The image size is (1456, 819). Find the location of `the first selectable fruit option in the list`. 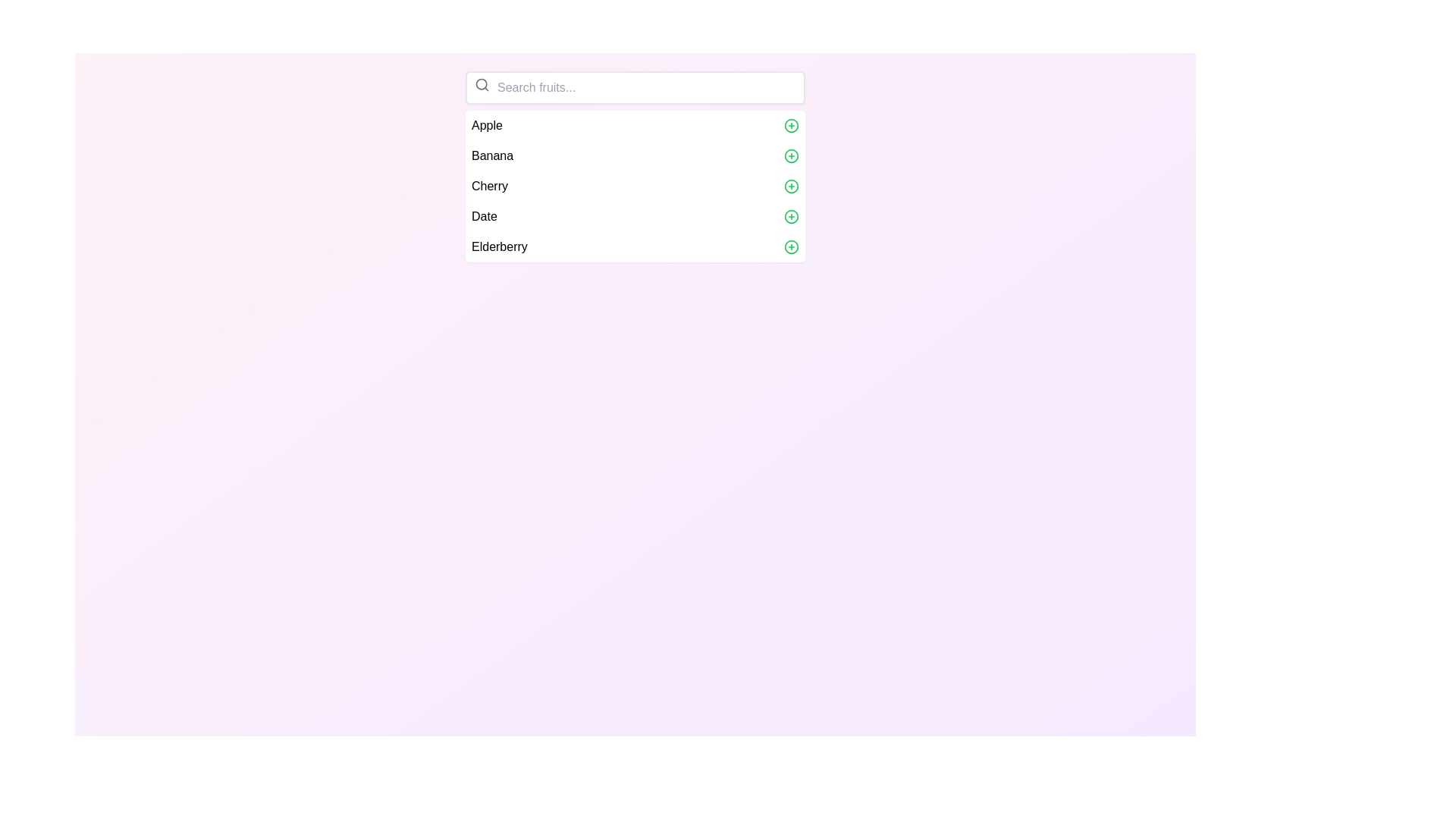

the first selectable fruit option in the list is located at coordinates (635, 124).